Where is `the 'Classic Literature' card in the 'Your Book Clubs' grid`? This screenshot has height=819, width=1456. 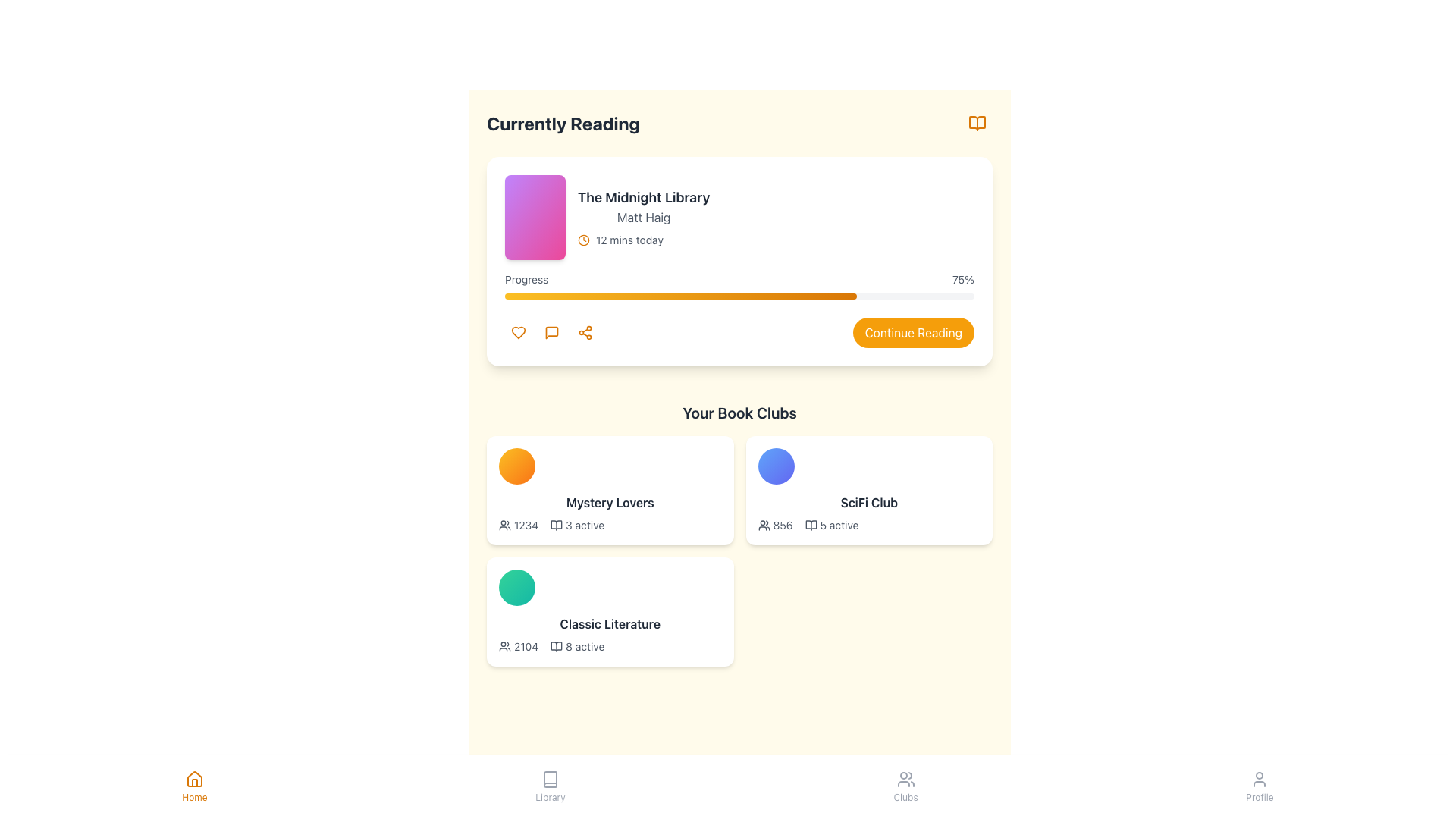
the 'Classic Literature' card in the 'Your Book Clubs' grid is located at coordinates (610, 610).